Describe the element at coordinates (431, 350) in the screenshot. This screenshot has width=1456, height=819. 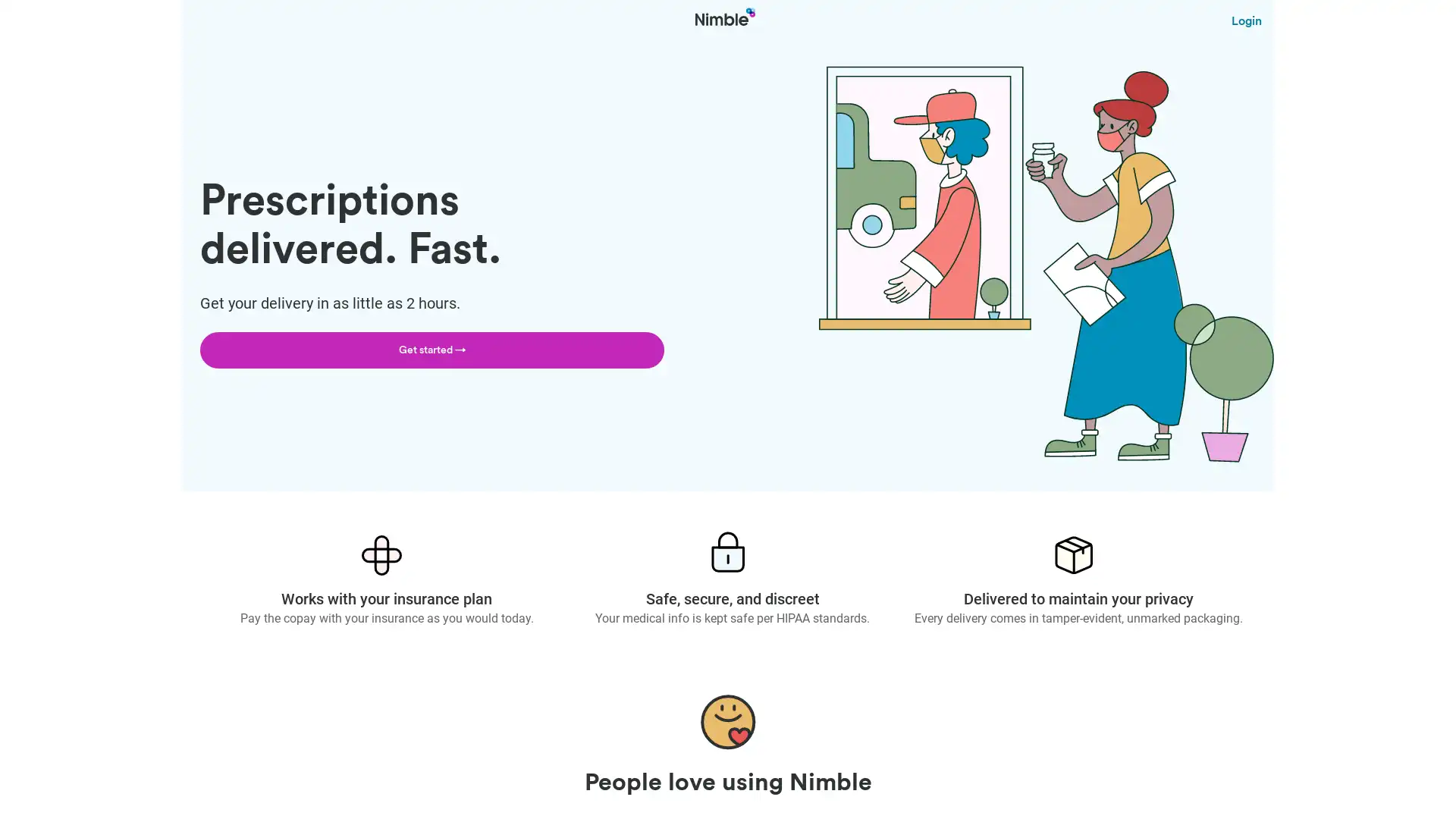
I see `Get started` at that location.